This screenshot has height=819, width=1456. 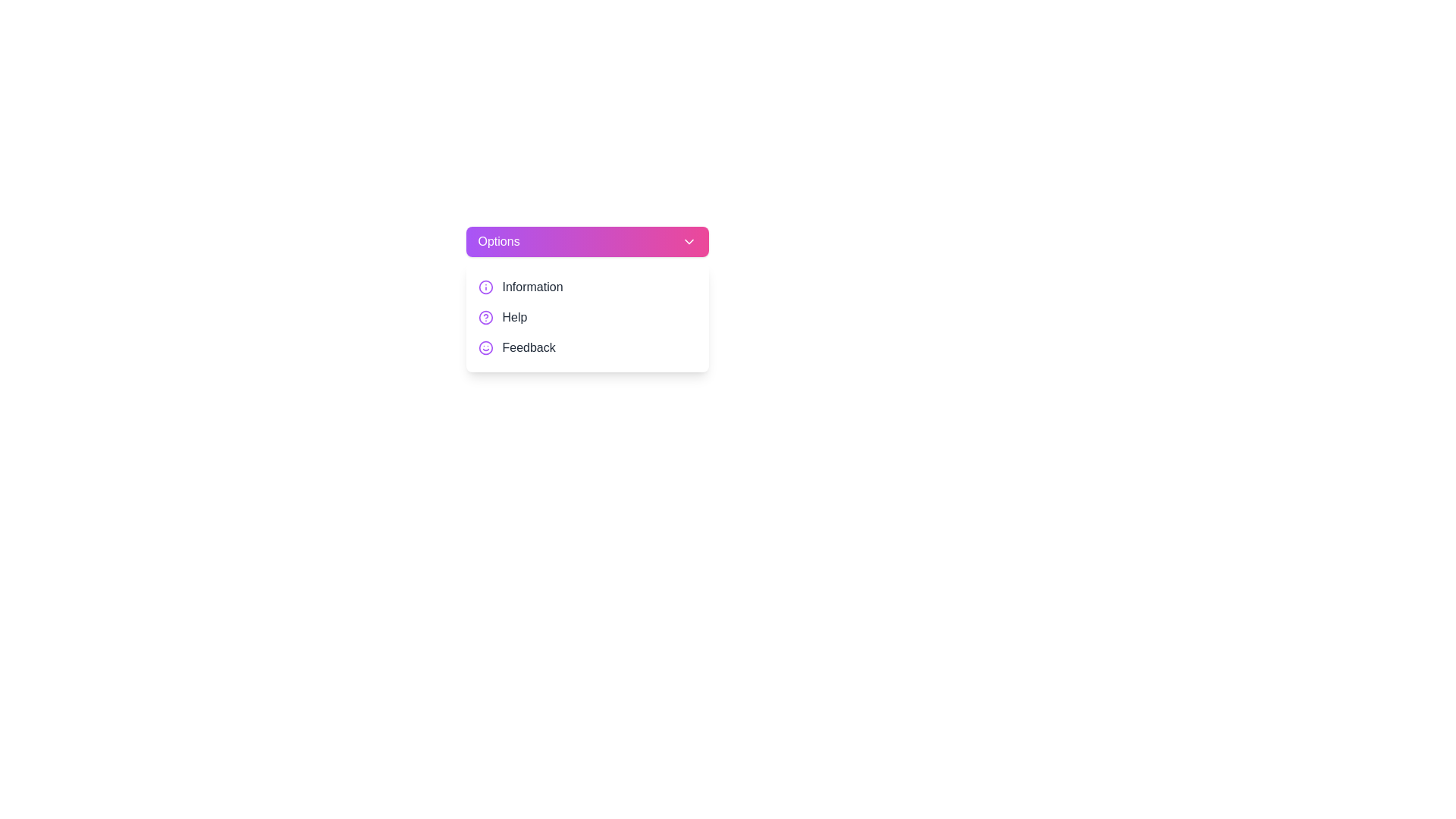 I want to click on the help text label in the dropdown menu, which is the second item under the 'Options' header, so click(x=514, y=317).